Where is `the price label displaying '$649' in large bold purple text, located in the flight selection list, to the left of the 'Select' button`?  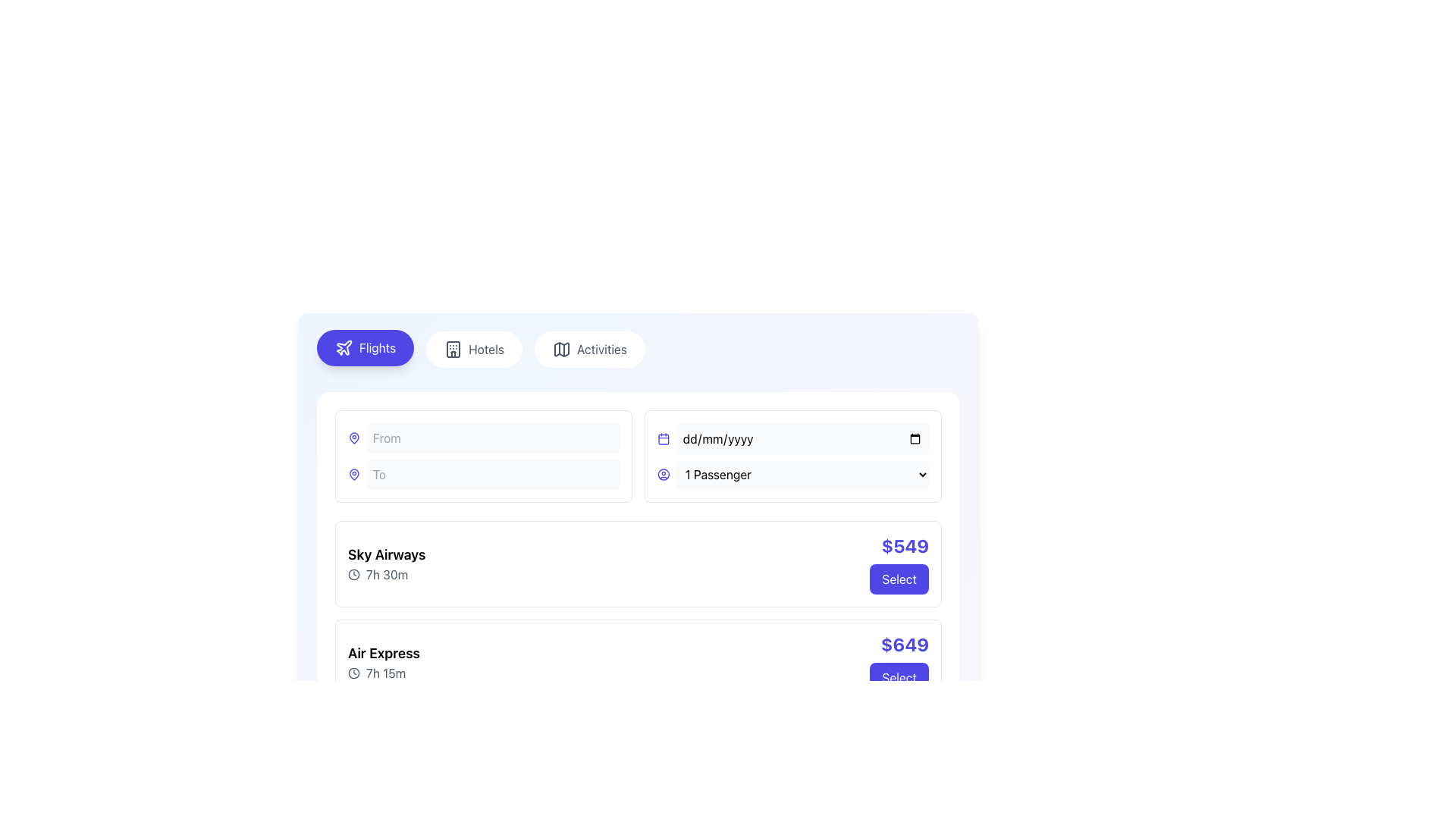
the price label displaying '$649' in large bold purple text, located in the flight selection list, to the left of the 'Select' button is located at coordinates (899, 644).